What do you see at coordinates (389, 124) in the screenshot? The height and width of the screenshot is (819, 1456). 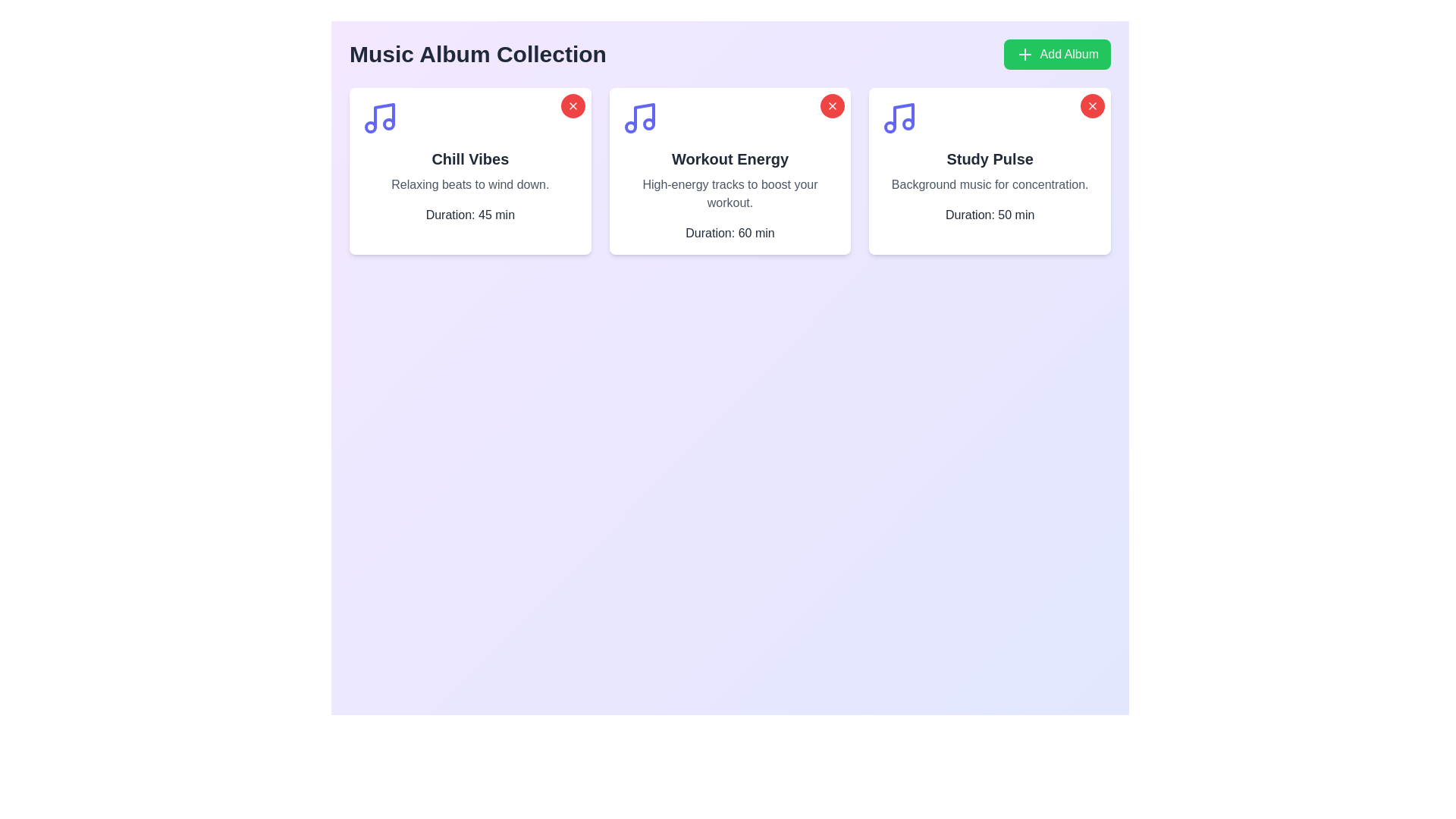 I see `the small circular element in the SVG icon depicting a musical note, located in the top-left corner of the first card in the interface` at bounding box center [389, 124].